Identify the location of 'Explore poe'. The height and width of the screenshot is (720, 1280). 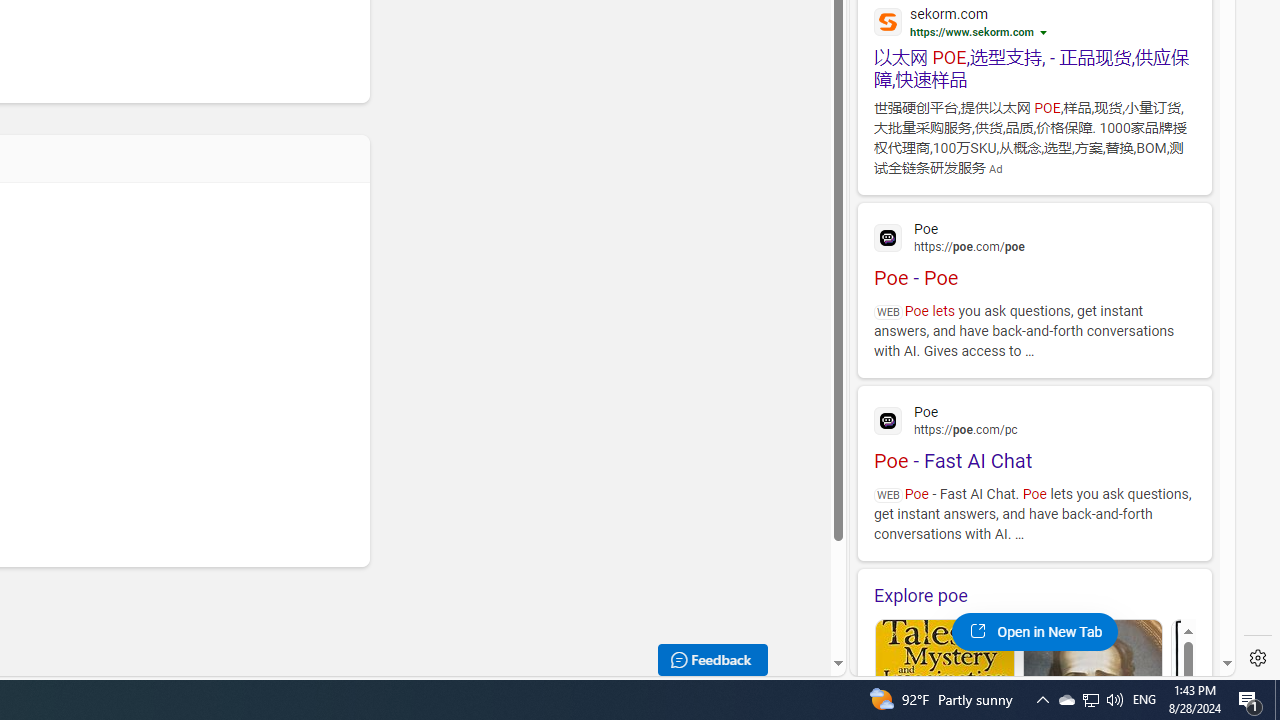
(1034, 594).